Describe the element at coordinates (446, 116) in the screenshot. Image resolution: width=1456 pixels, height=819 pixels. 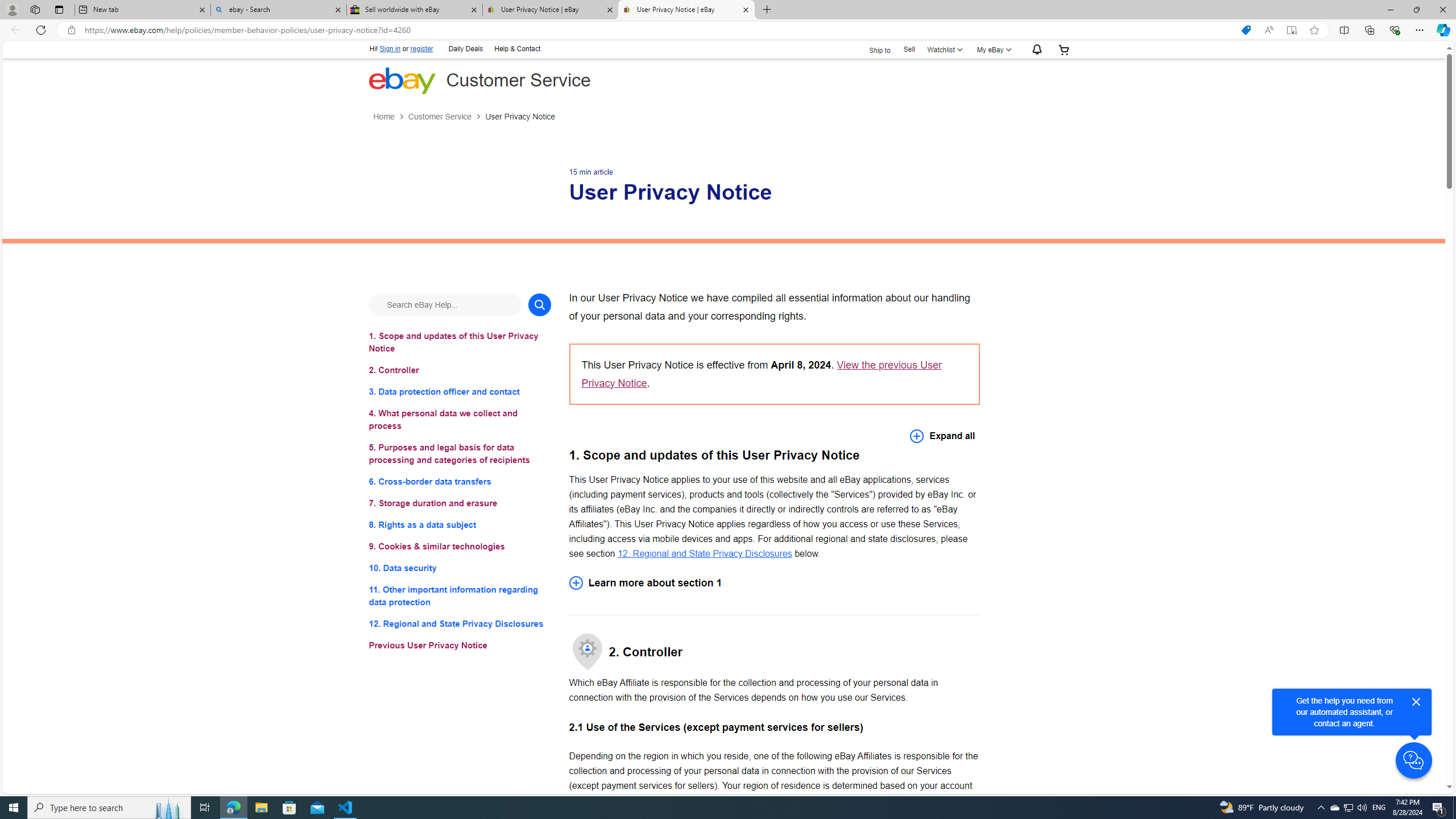
I see `'Customer Service'` at that location.